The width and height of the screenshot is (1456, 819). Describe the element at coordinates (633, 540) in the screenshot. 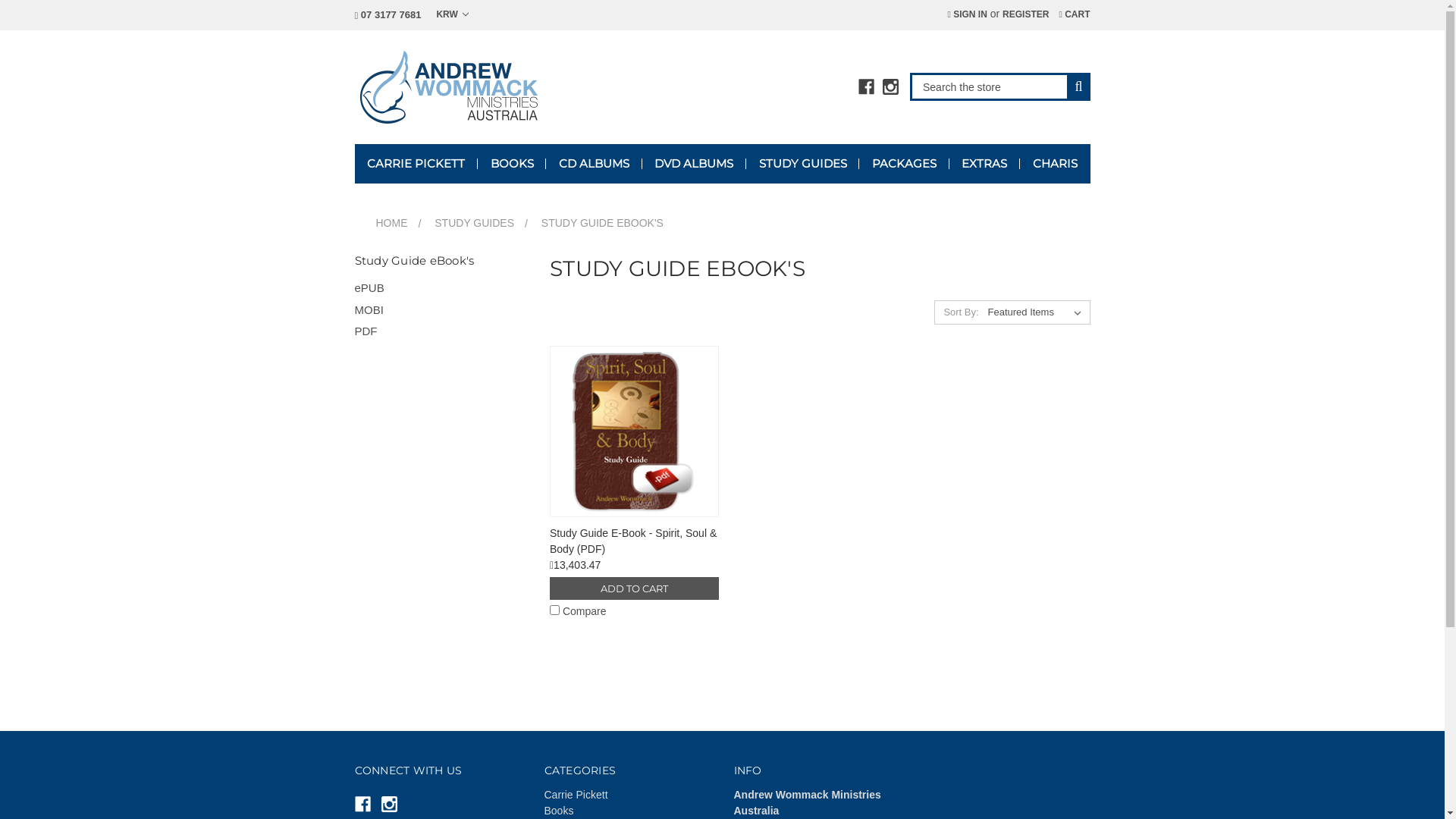

I see `'Study Guide E-Book - Spirit, Soul & Body (PDF)'` at that location.